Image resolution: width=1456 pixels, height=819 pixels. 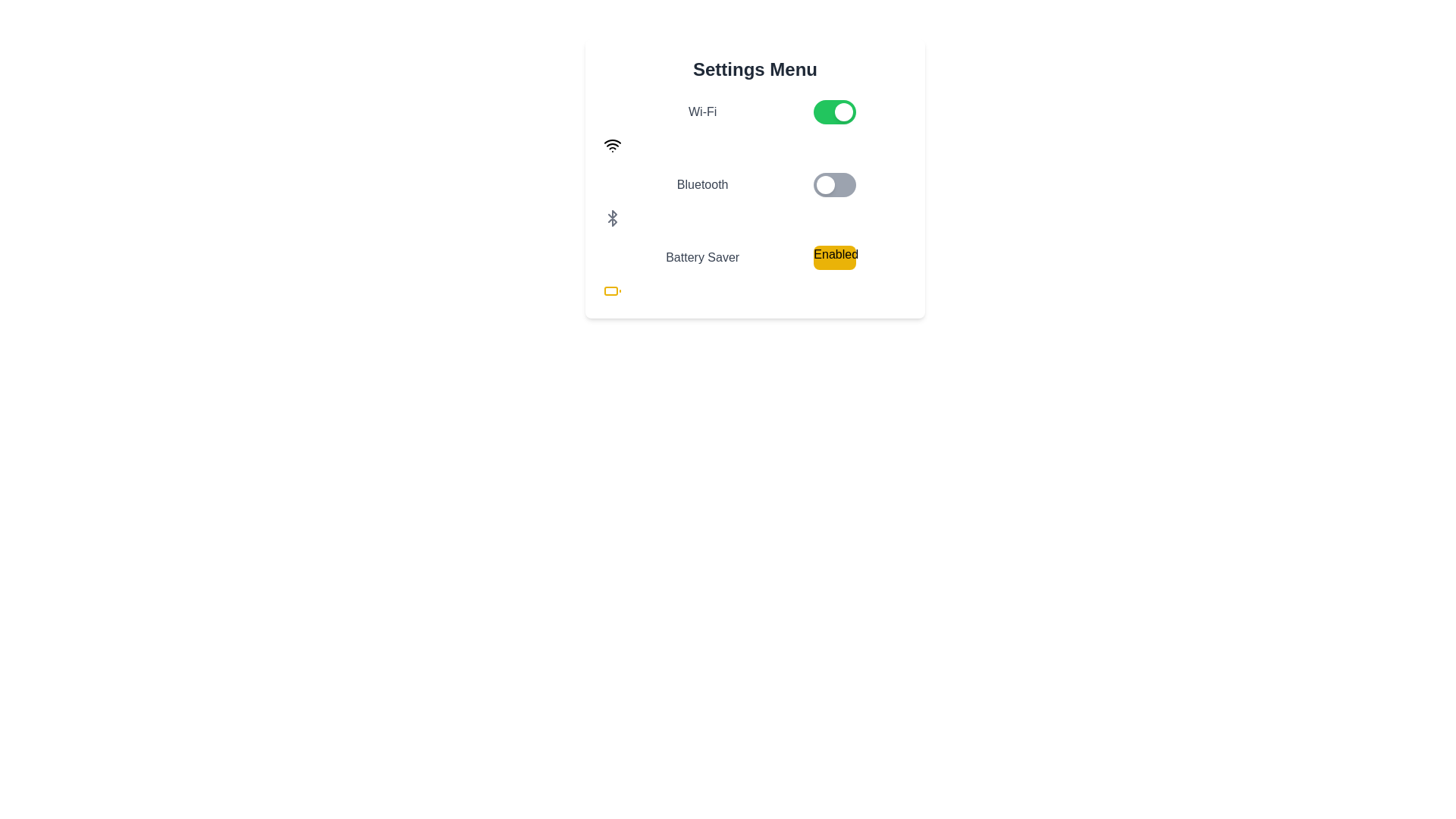 I want to click on the Bluetooth icon, which is an outlined gray symbol adjacent to the 'Bluetooth' text in the settings menu layout, so click(x=612, y=218).